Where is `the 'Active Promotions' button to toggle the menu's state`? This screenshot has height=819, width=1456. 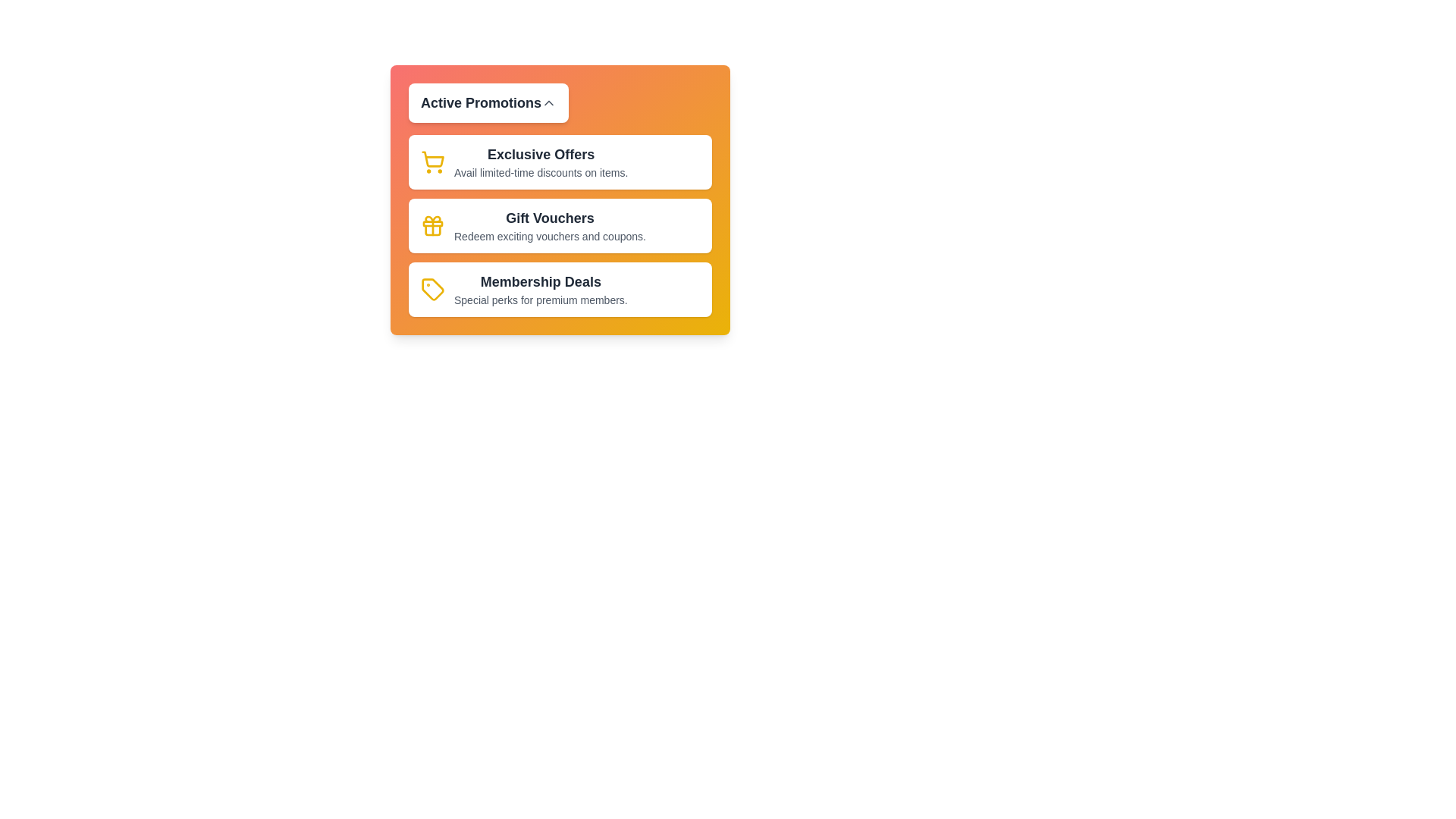 the 'Active Promotions' button to toggle the menu's state is located at coordinates (488, 102).